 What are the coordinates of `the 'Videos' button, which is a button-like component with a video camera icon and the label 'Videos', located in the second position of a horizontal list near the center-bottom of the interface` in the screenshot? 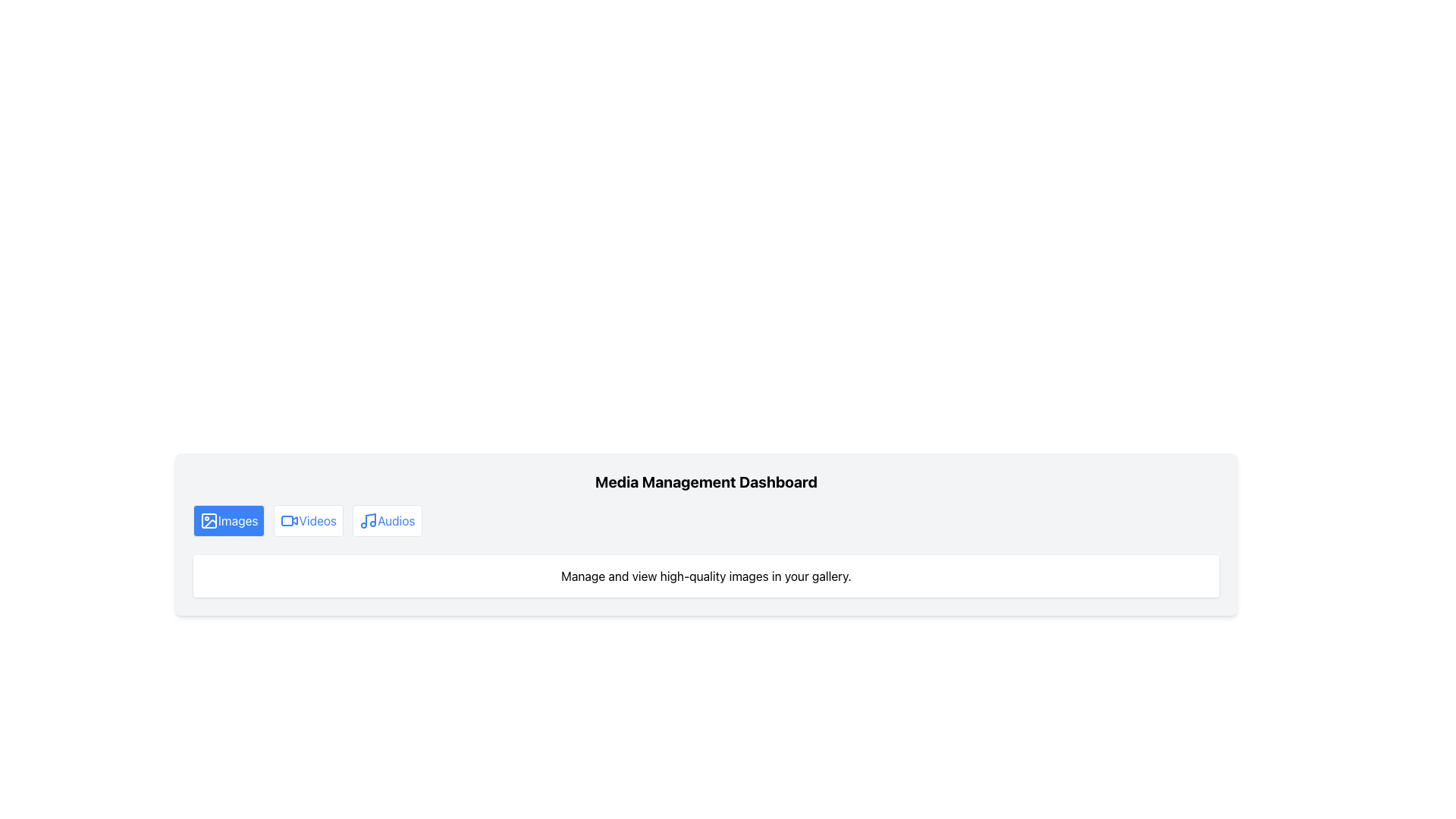 It's located at (308, 519).